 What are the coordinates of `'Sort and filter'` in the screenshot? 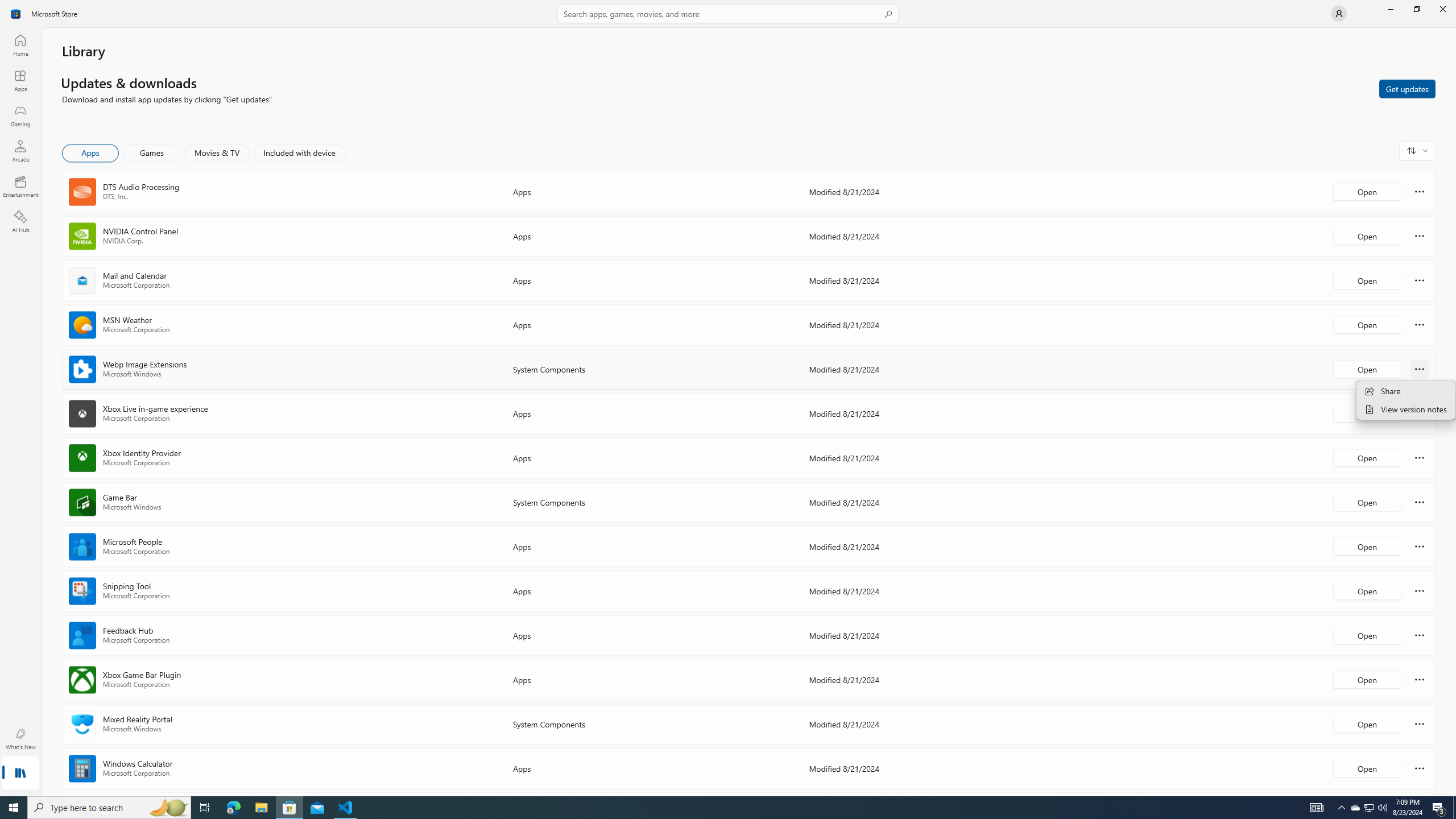 It's located at (1417, 150).